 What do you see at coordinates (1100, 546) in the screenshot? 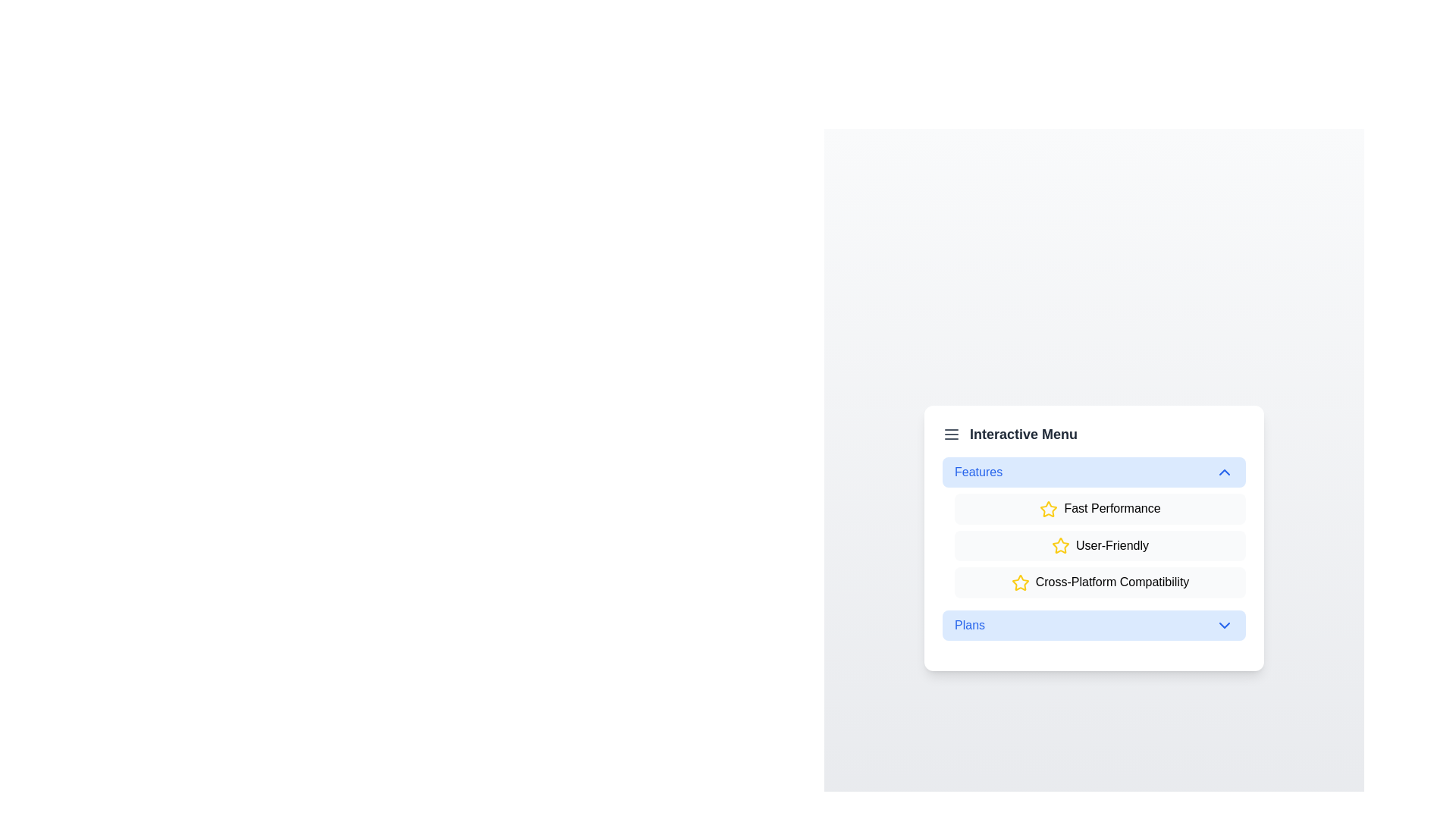
I see `the list item 'User-Friendly' under the 'Features' section` at bounding box center [1100, 546].